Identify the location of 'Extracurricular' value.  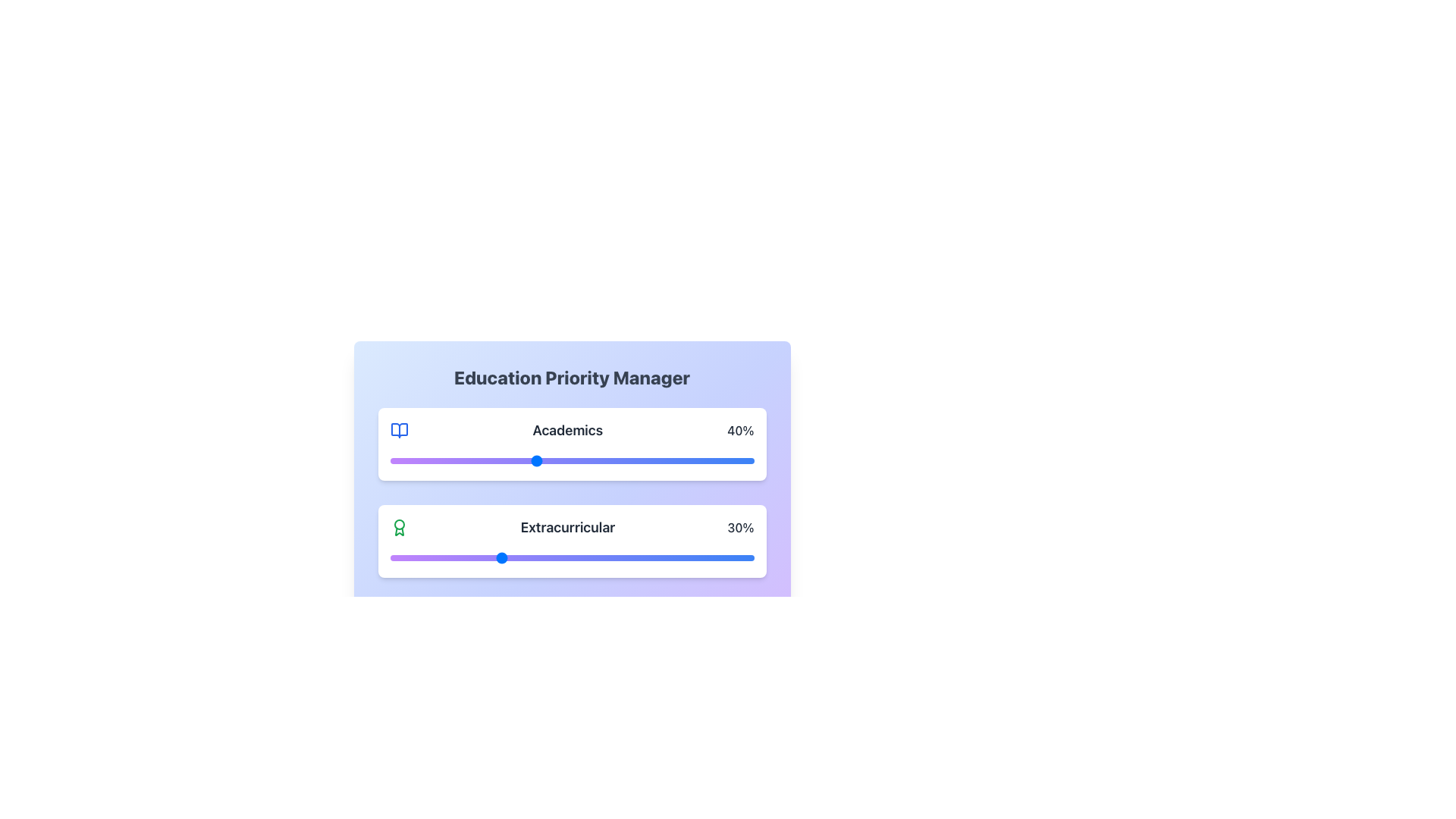
(676, 558).